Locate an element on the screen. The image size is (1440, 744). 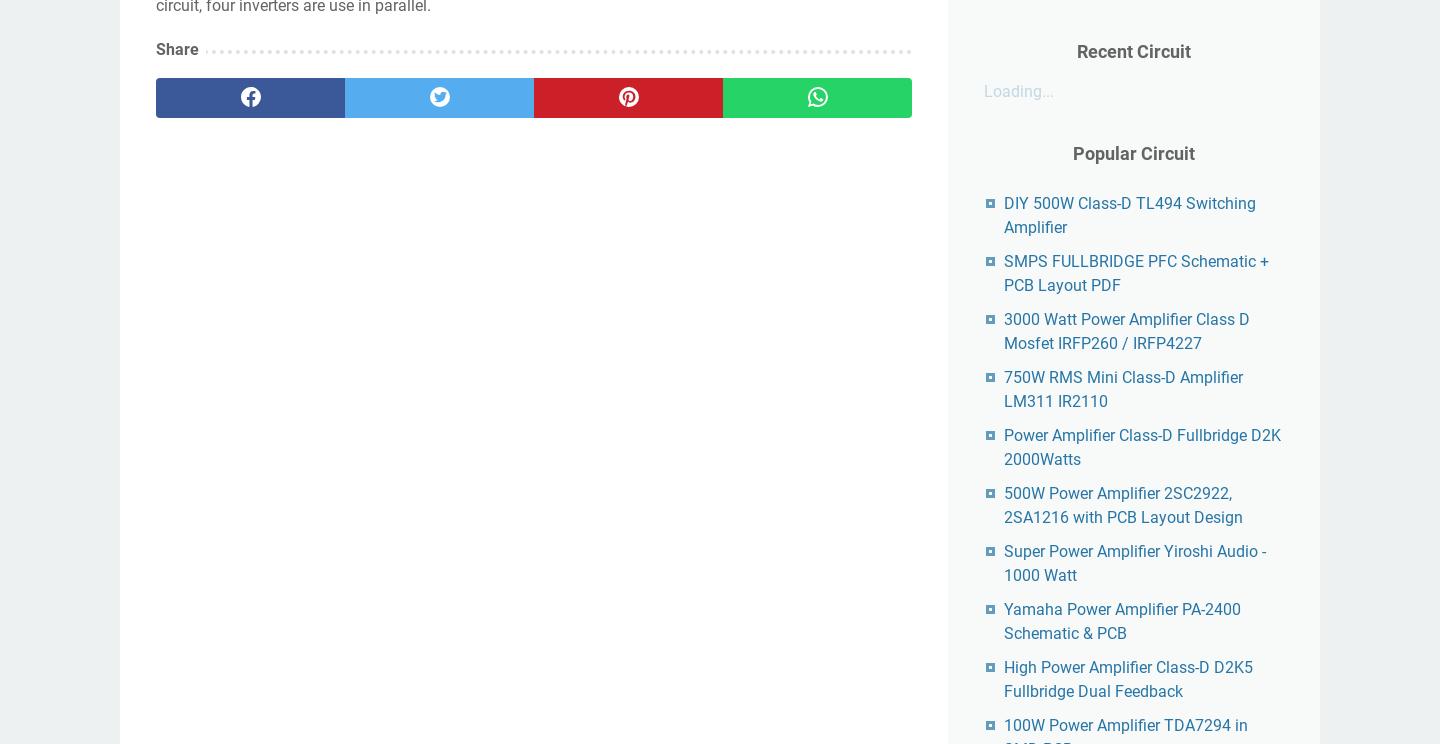
'Recent Circuit' is located at coordinates (1133, 50).